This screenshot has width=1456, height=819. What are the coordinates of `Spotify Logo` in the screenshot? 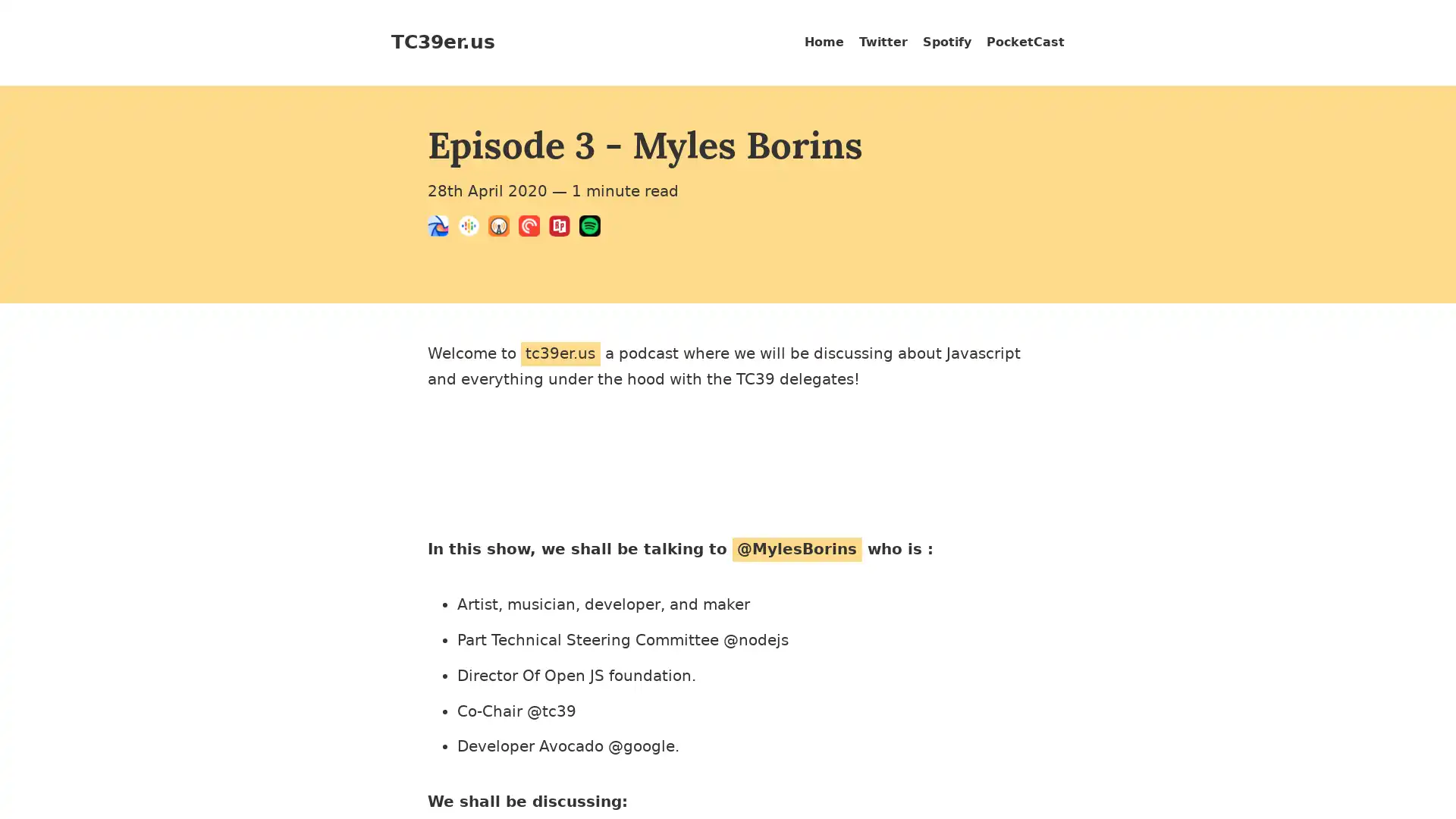 It's located at (593, 228).